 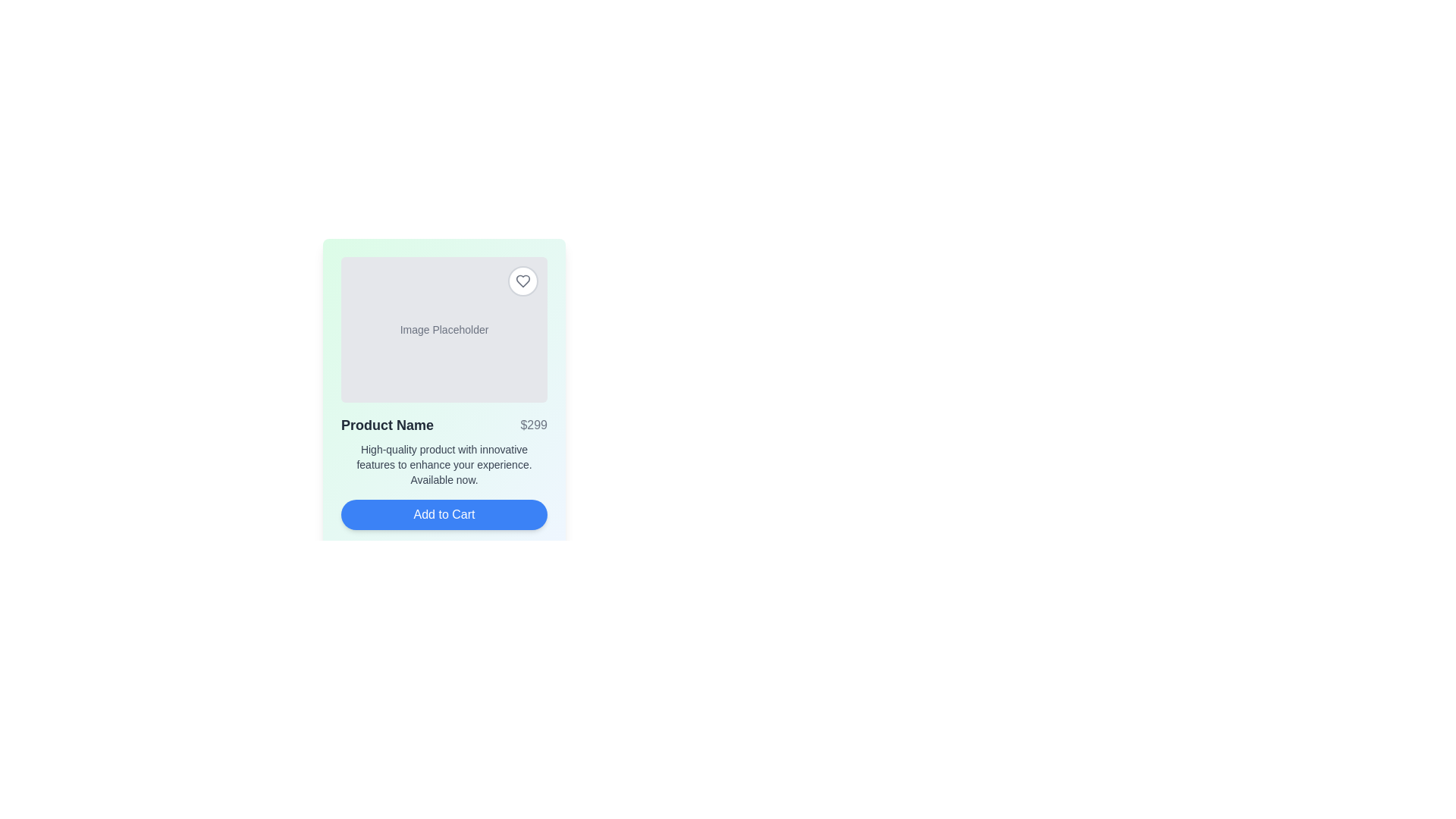 I want to click on text element that describes the product features, which is centrally aligned, in gray serif font, located below the product name and price, and above the 'Add to Cart' button, so click(x=443, y=464).